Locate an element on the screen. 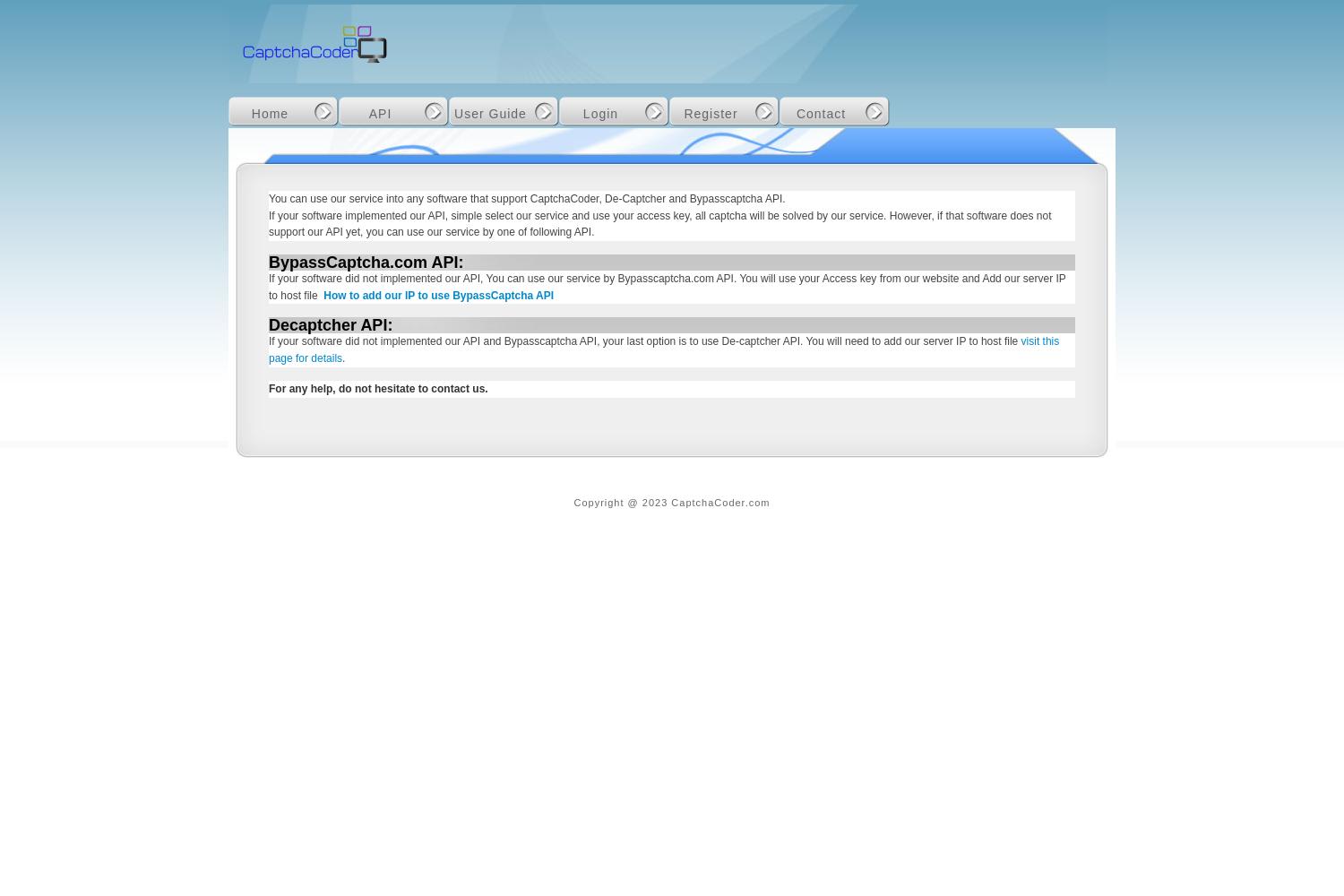  'If your software did not implemented our API, You can use our service by Bypasscaptcha.com API. You will use your Access key from our website and Add our server IP to host file' is located at coordinates (269, 286).